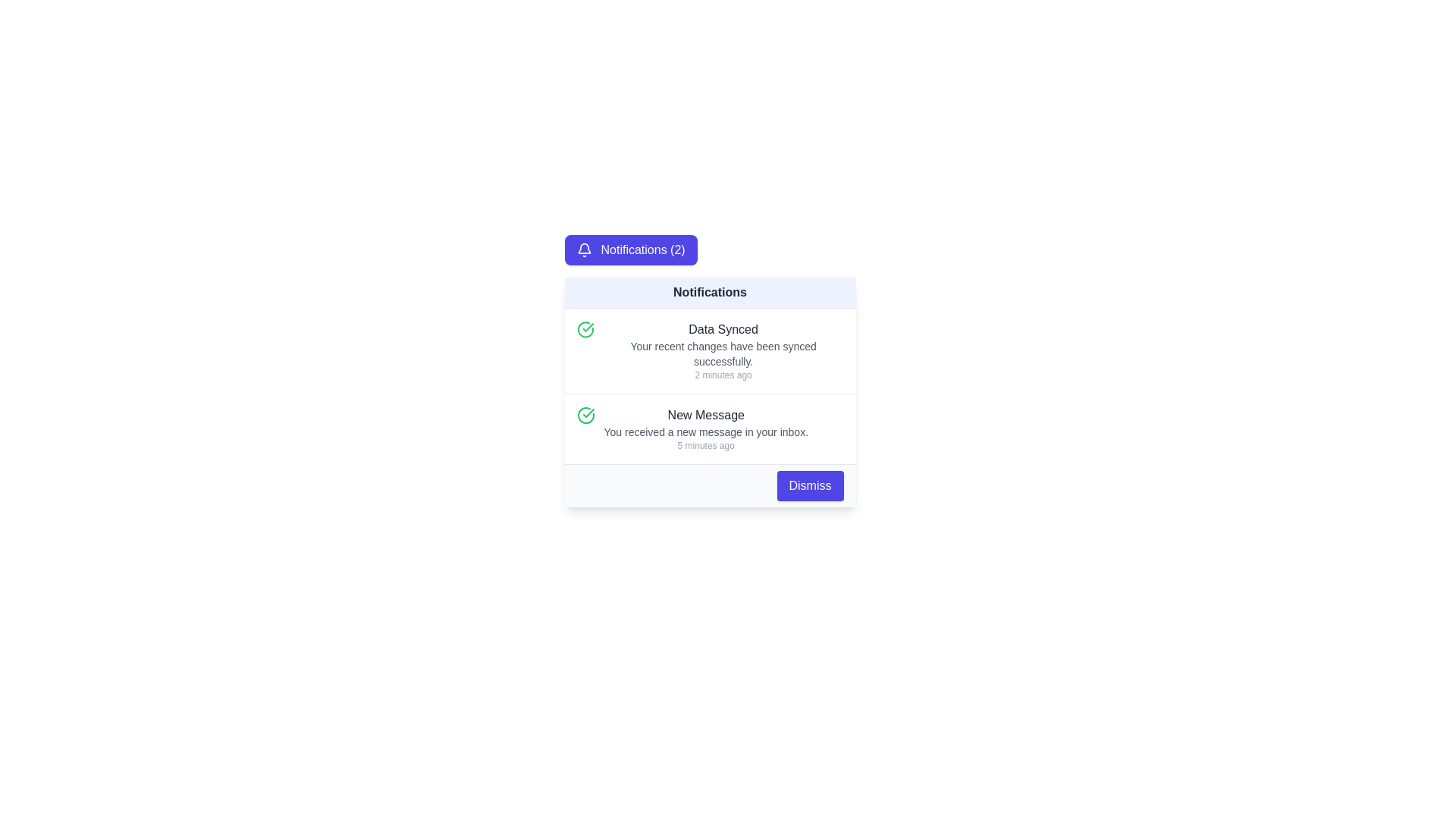 Image resolution: width=1456 pixels, height=819 pixels. I want to click on the green circular checkmark icon located to the left of the text 'New Message' in the notification panel, so click(585, 328).